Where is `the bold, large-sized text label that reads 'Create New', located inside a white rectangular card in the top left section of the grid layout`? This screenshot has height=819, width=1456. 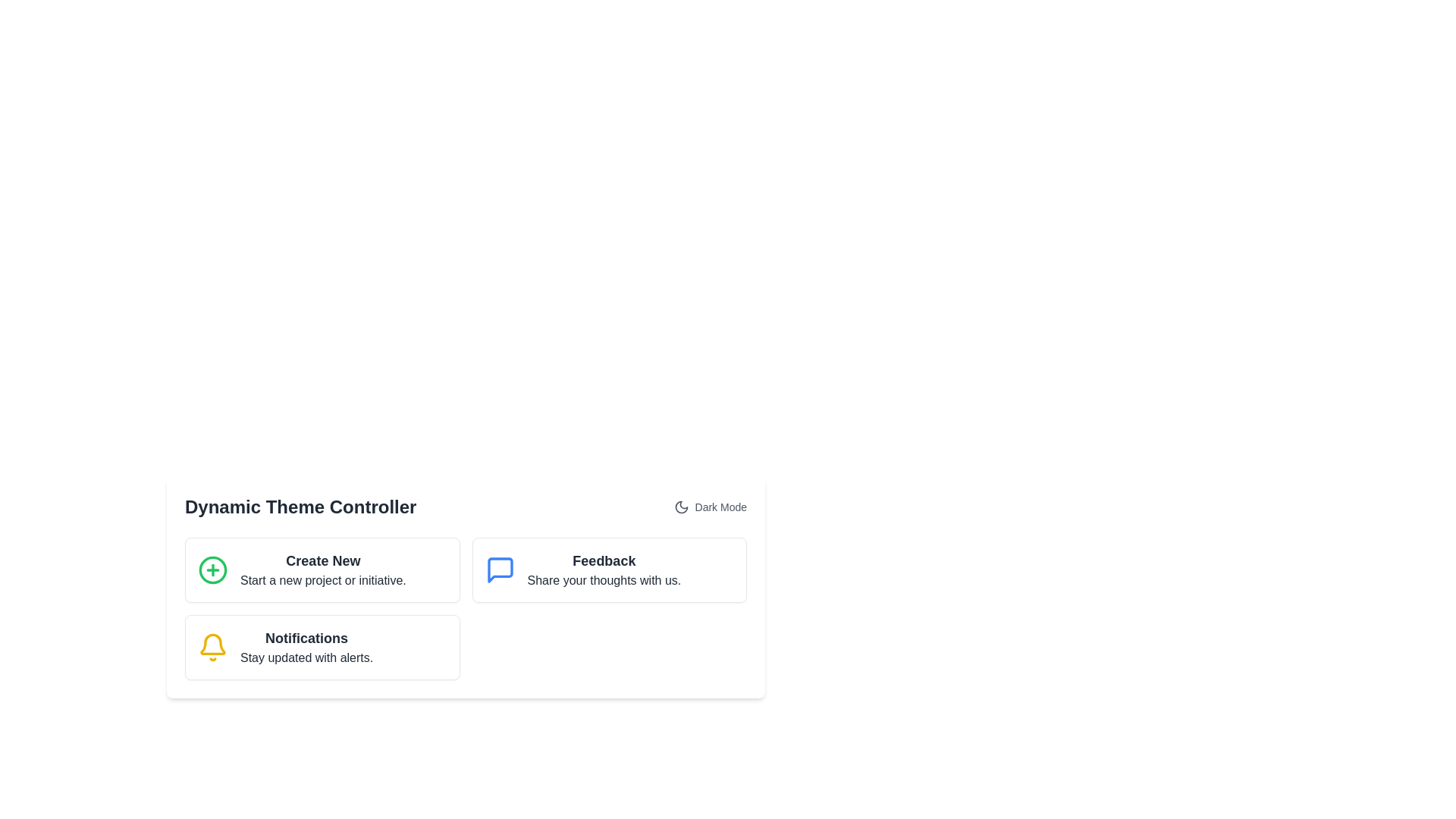
the bold, large-sized text label that reads 'Create New', located inside a white rectangular card in the top left section of the grid layout is located at coordinates (322, 561).